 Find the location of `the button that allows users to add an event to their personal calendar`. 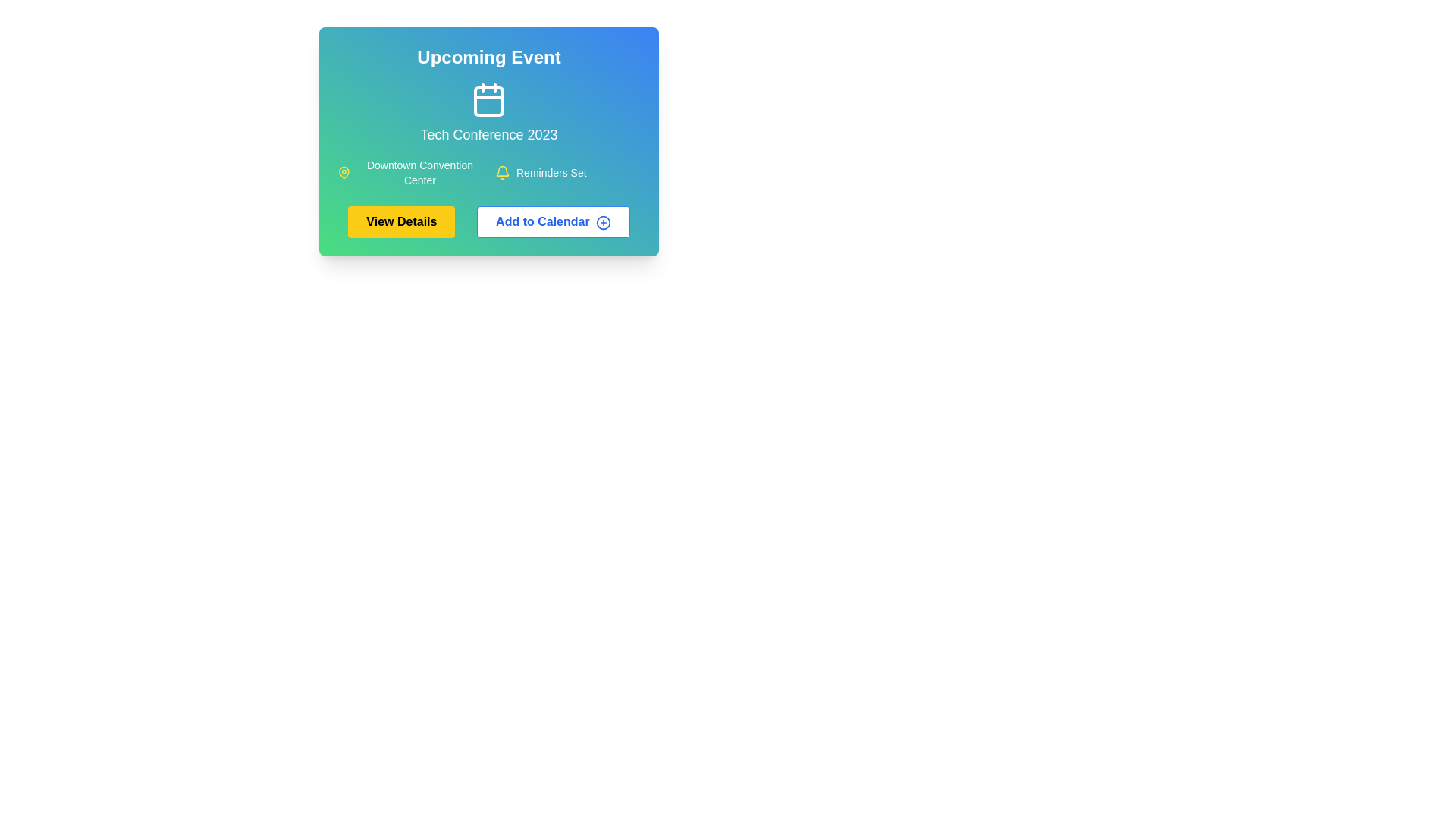

the button that allows users to add an event to their personal calendar is located at coordinates (552, 222).